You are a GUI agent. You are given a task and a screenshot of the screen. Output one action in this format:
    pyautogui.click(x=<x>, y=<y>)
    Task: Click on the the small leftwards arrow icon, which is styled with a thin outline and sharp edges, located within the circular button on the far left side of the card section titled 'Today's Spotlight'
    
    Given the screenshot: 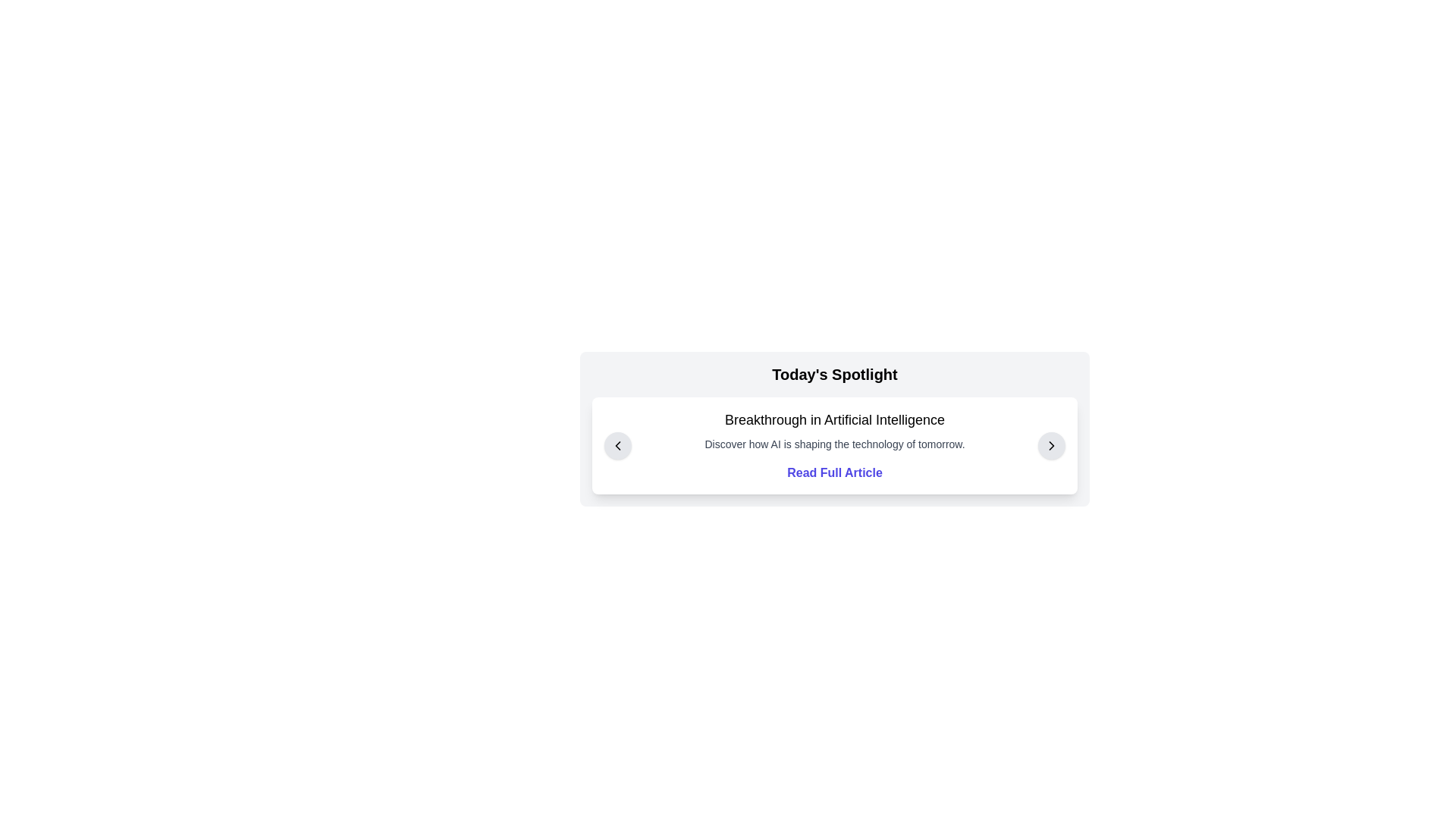 What is the action you would take?
    pyautogui.click(x=618, y=444)
    